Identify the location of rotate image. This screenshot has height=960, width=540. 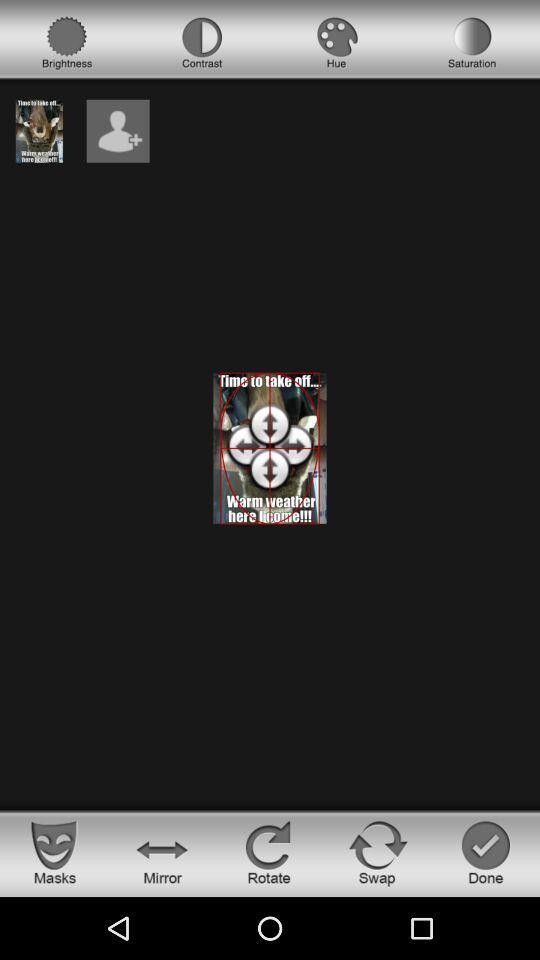
(270, 851).